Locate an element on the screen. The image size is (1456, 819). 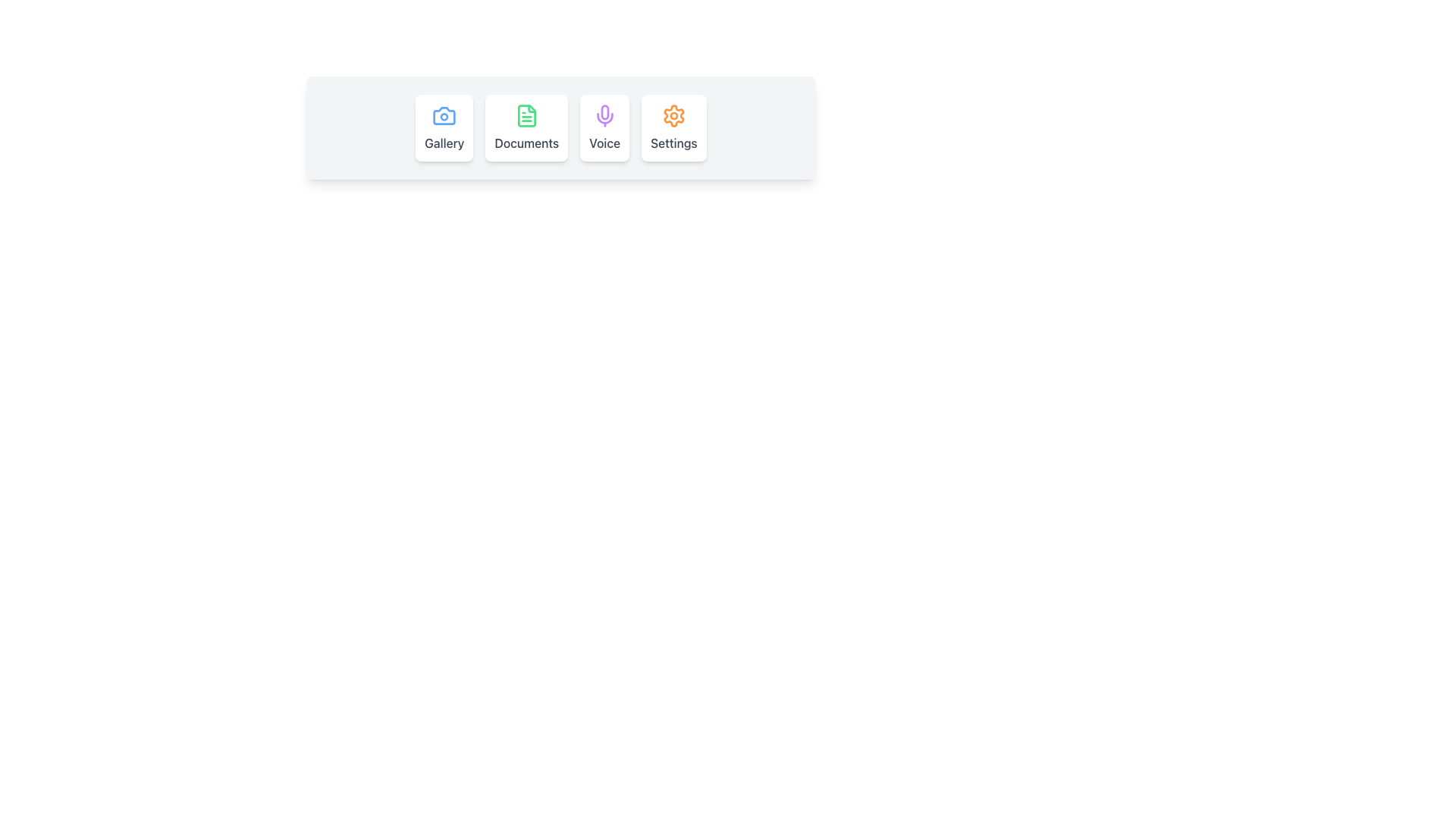
the gear-shaped orange icon within the 'Settings' card for additional information is located at coordinates (673, 115).